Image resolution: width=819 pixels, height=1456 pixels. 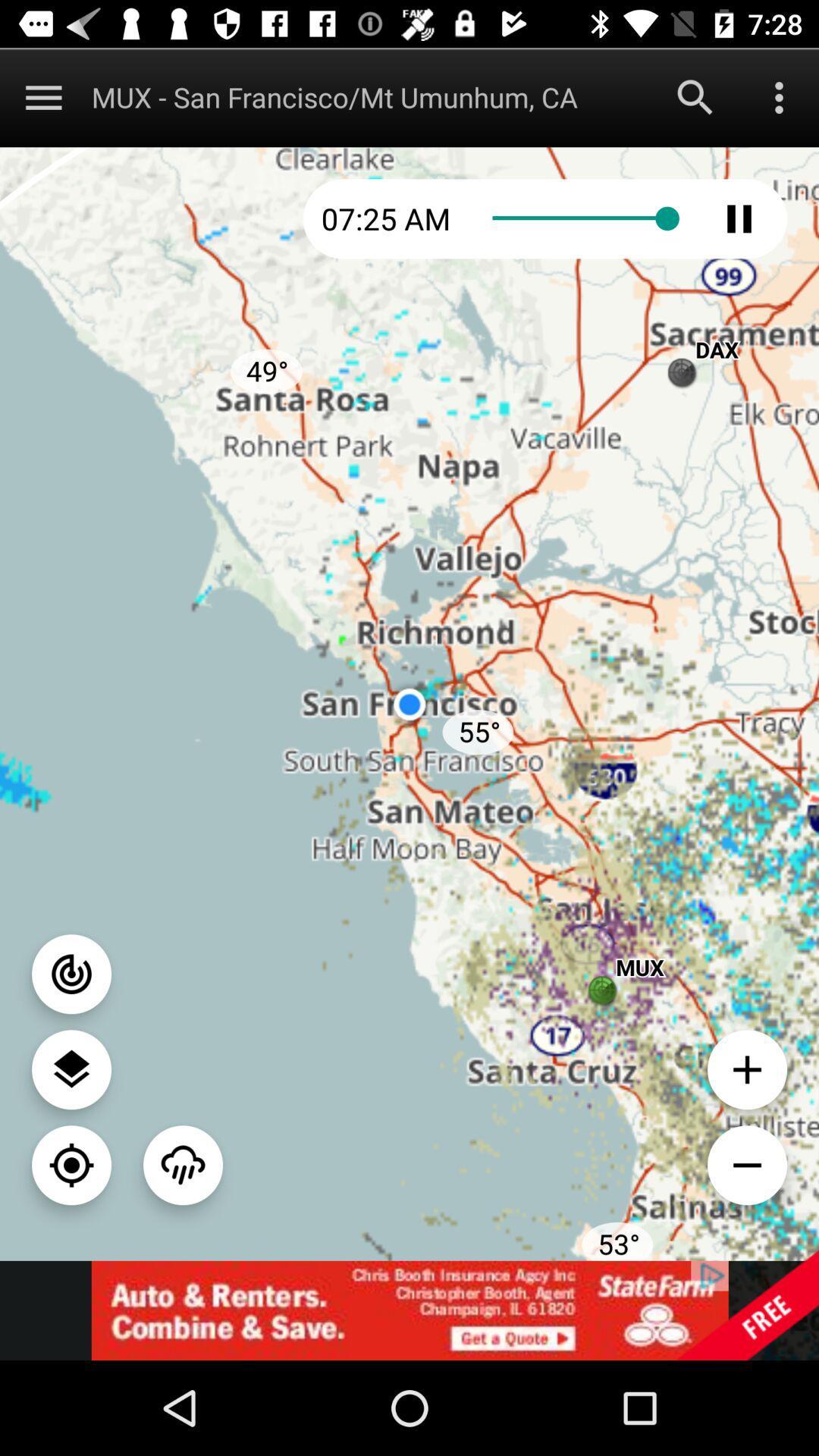 I want to click on the location_crosshair icon, so click(x=71, y=1164).